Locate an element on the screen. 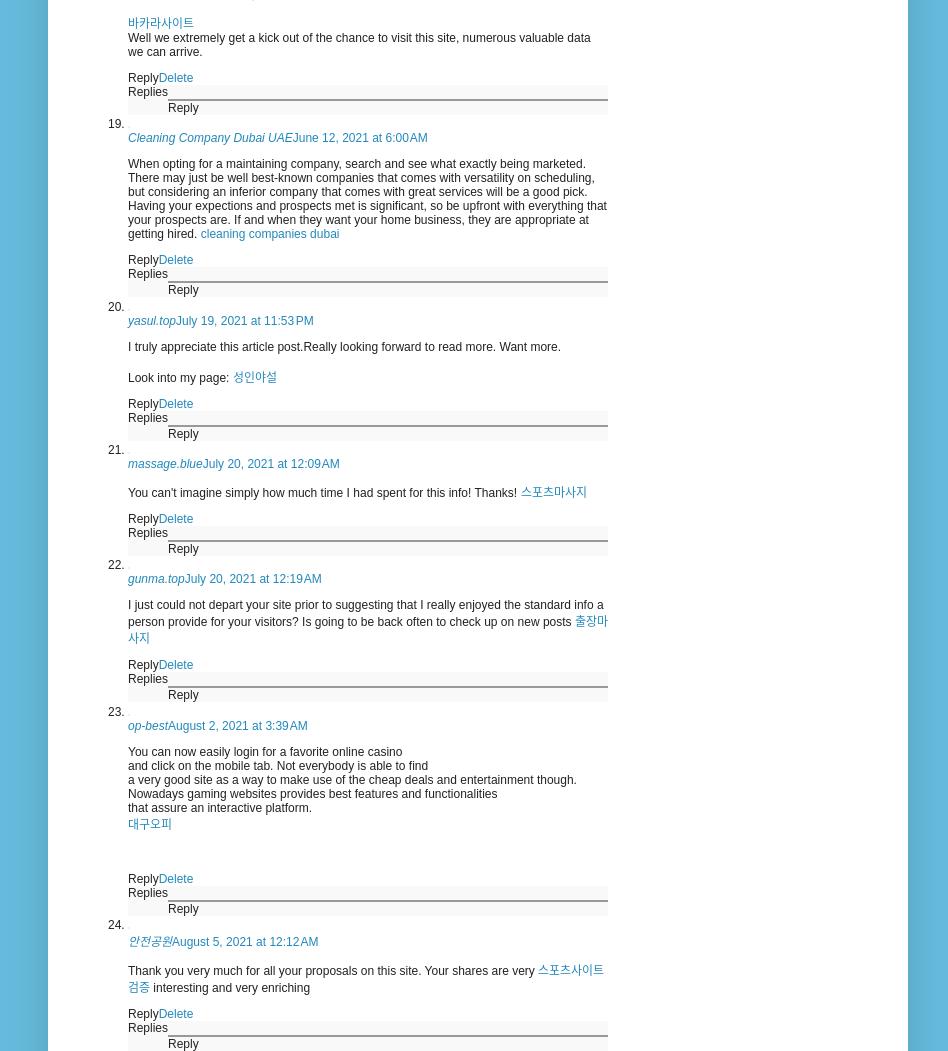 This screenshot has height=1051, width=948. 'August 2, 2021 at 3:39 AM' is located at coordinates (237, 723).